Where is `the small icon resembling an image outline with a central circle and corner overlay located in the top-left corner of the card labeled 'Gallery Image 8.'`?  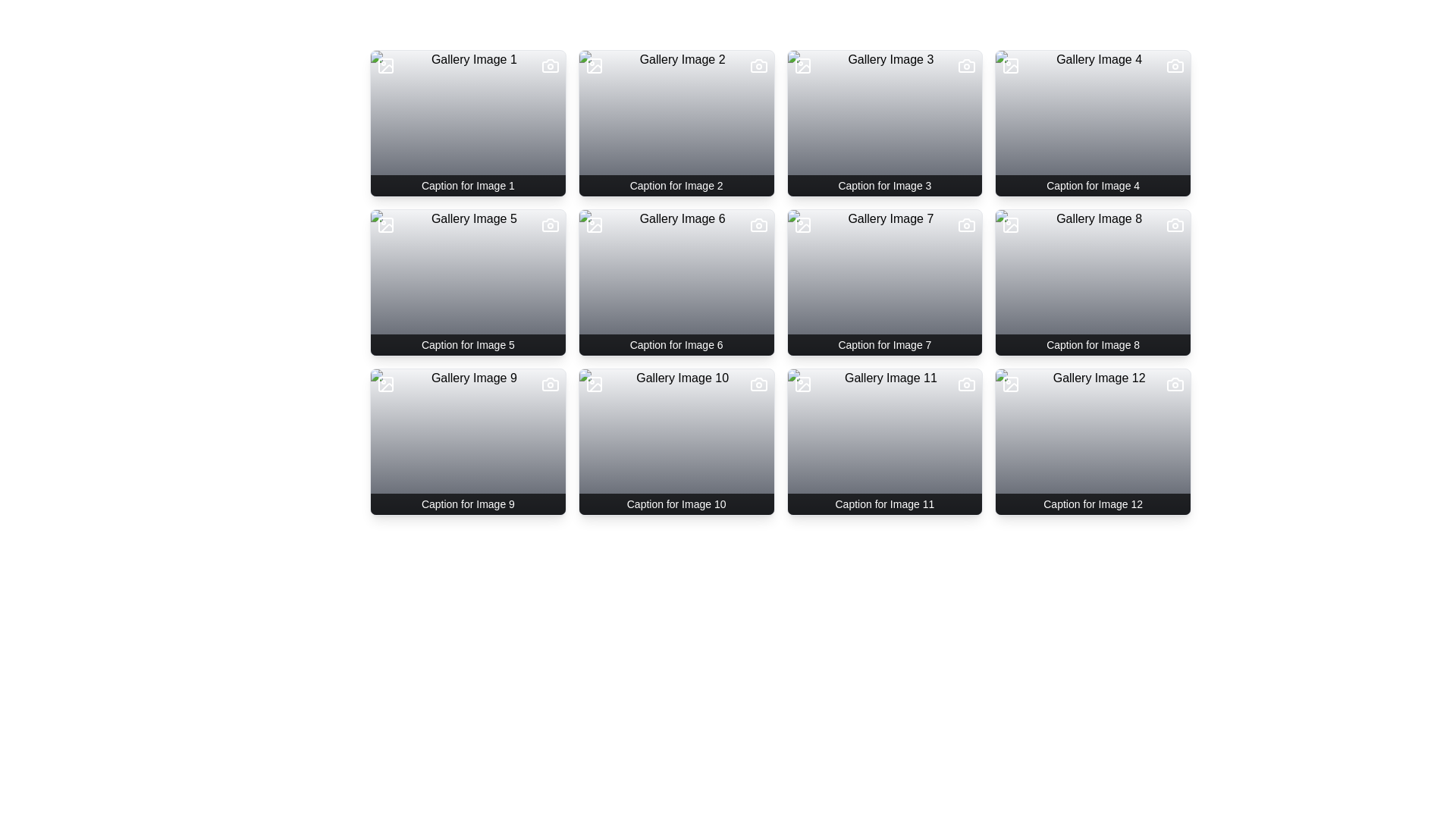 the small icon resembling an image outline with a central circle and corner overlay located in the top-left corner of the card labeled 'Gallery Image 8.' is located at coordinates (1011, 225).